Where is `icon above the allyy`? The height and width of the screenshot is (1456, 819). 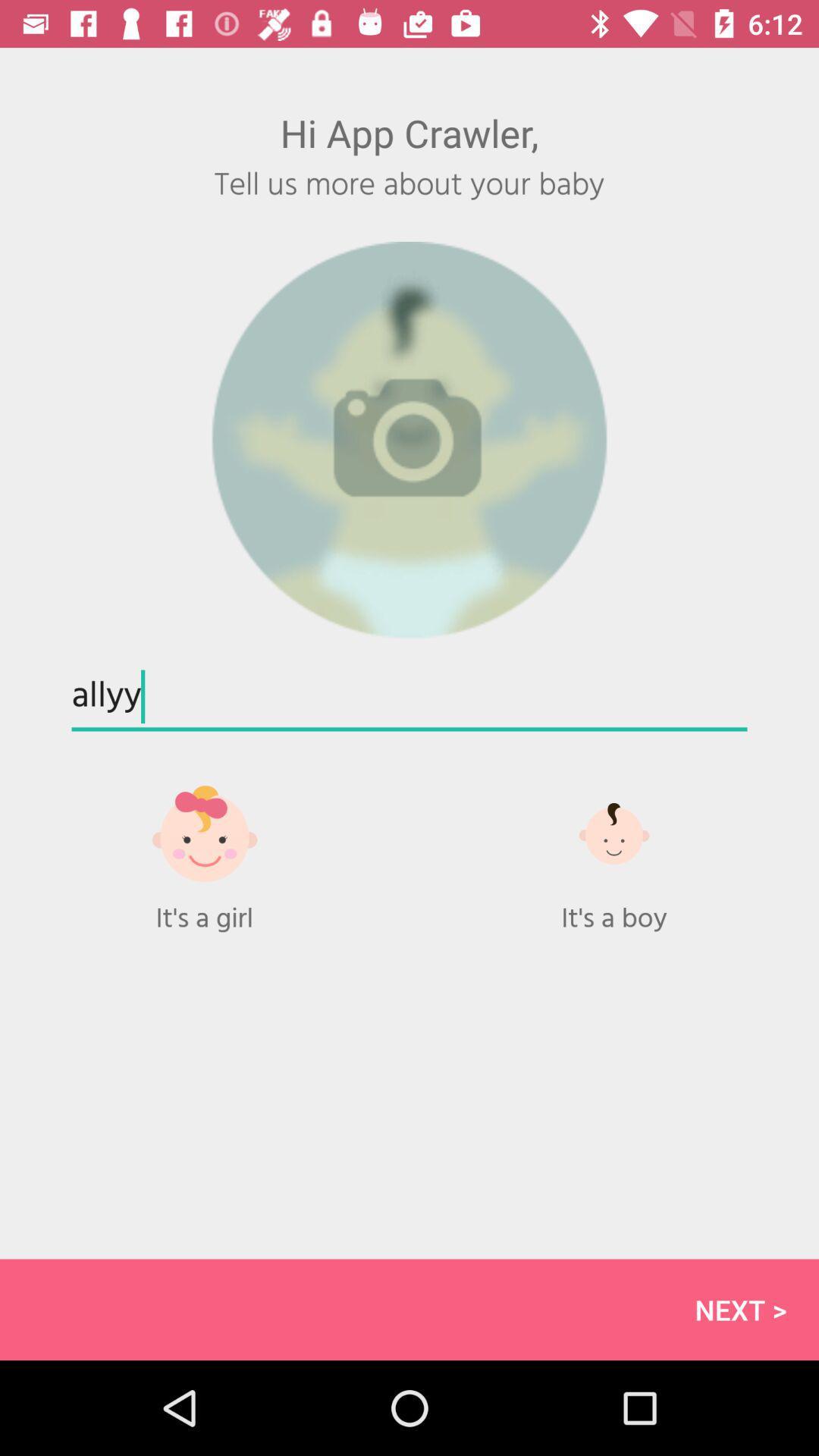
icon above the allyy is located at coordinates (409, 440).